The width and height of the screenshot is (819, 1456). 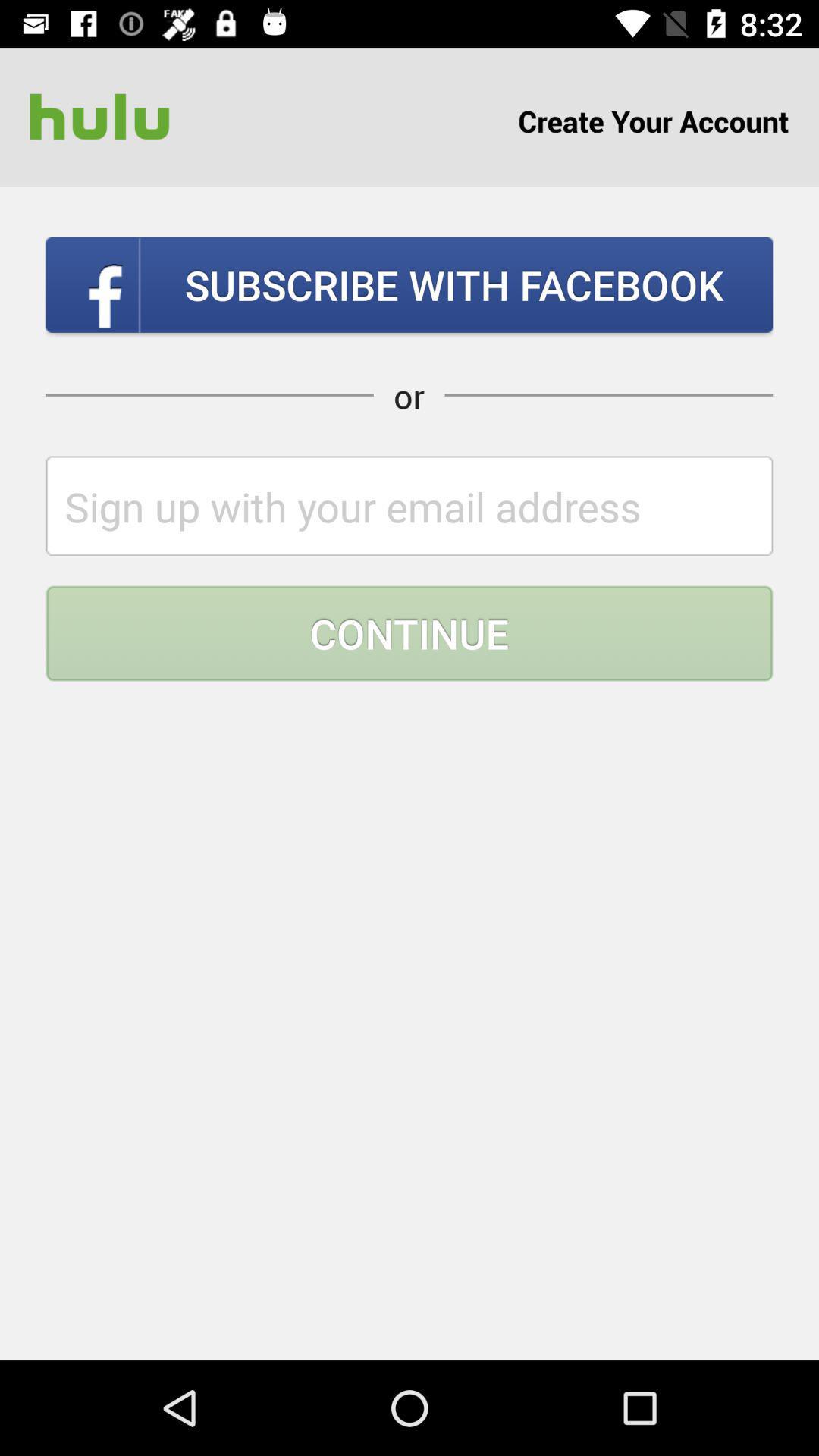 What do you see at coordinates (409, 506) in the screenshot?
I see `type email address` at bounding box center [409, 506].